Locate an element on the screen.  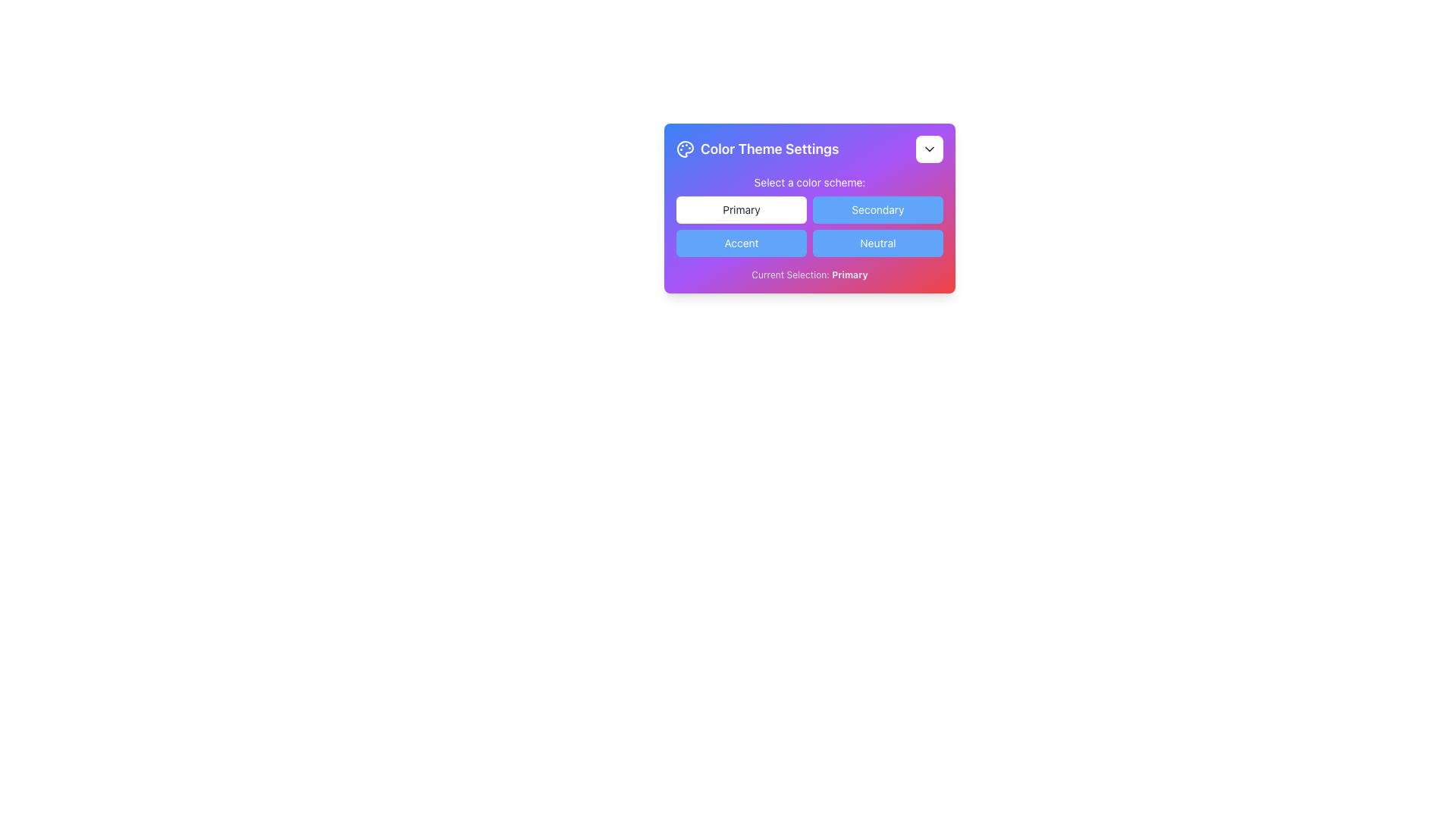
the top-left button labeled 'Primary' in the grid of color scheme buttons within the 'Color Theme Settings' modal is located at coordinates (809, 227).